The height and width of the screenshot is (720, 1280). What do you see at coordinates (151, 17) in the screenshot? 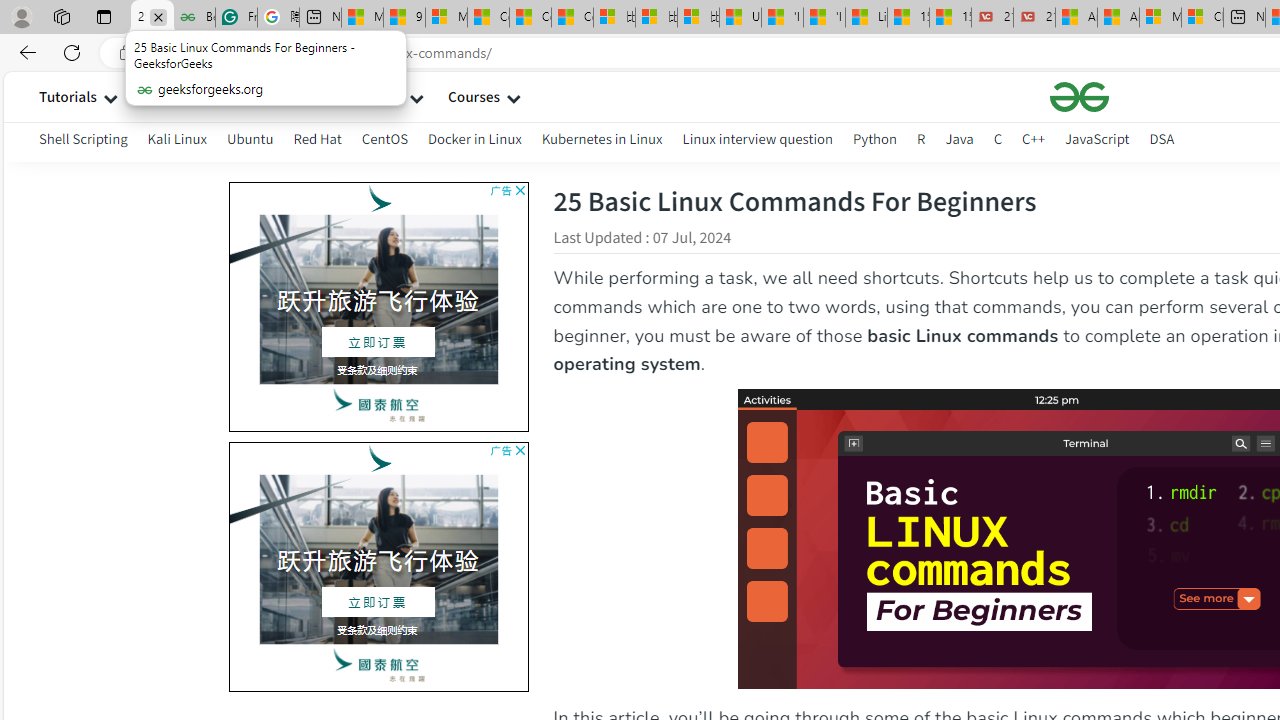
I see `'25 Basic Linux Commands For Beginners - GeeksforGeeks'` at bounding box center [151, 17].